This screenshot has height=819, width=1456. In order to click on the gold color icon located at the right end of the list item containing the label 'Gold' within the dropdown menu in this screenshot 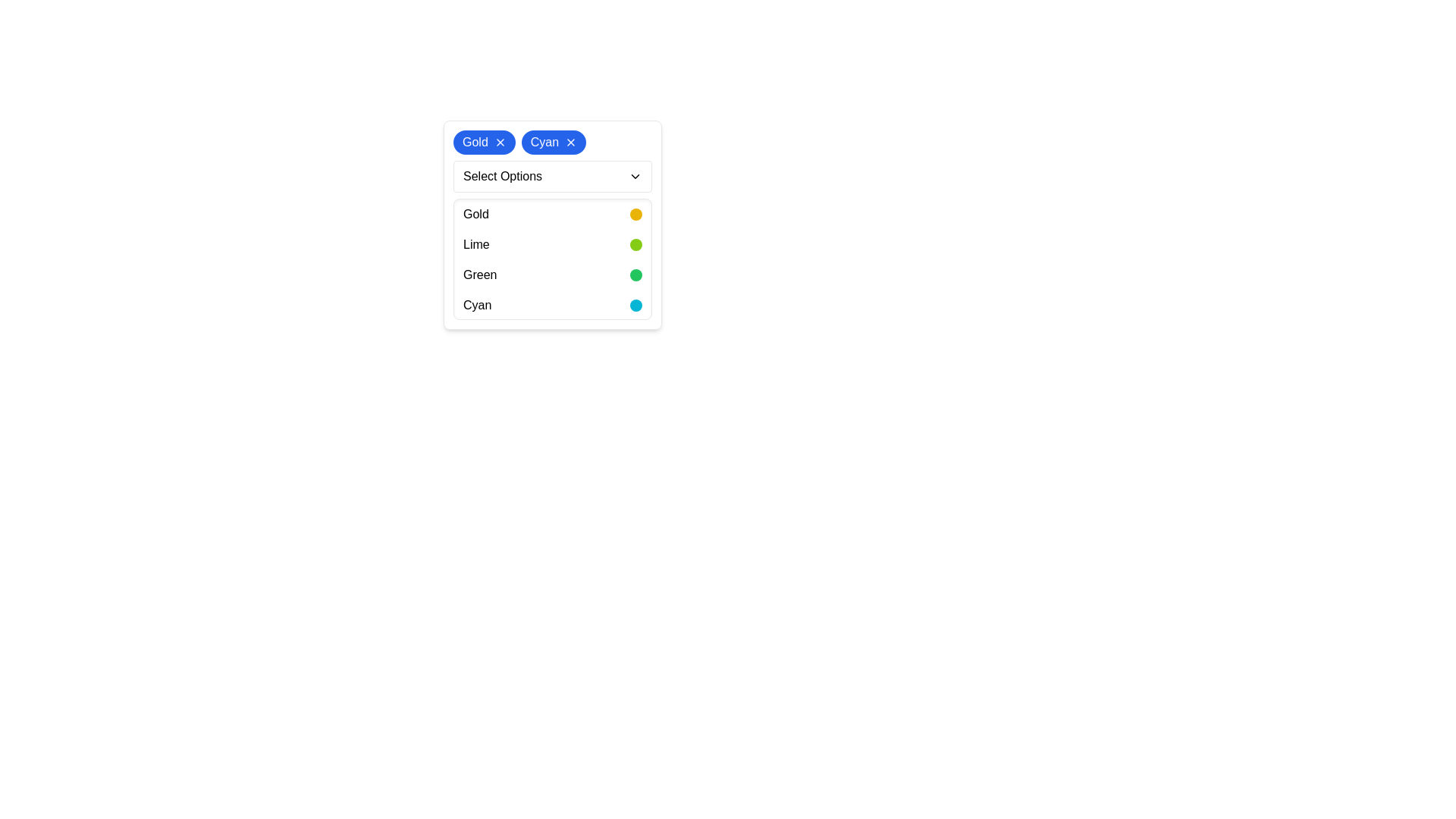, I will do `click(636, 214)`.